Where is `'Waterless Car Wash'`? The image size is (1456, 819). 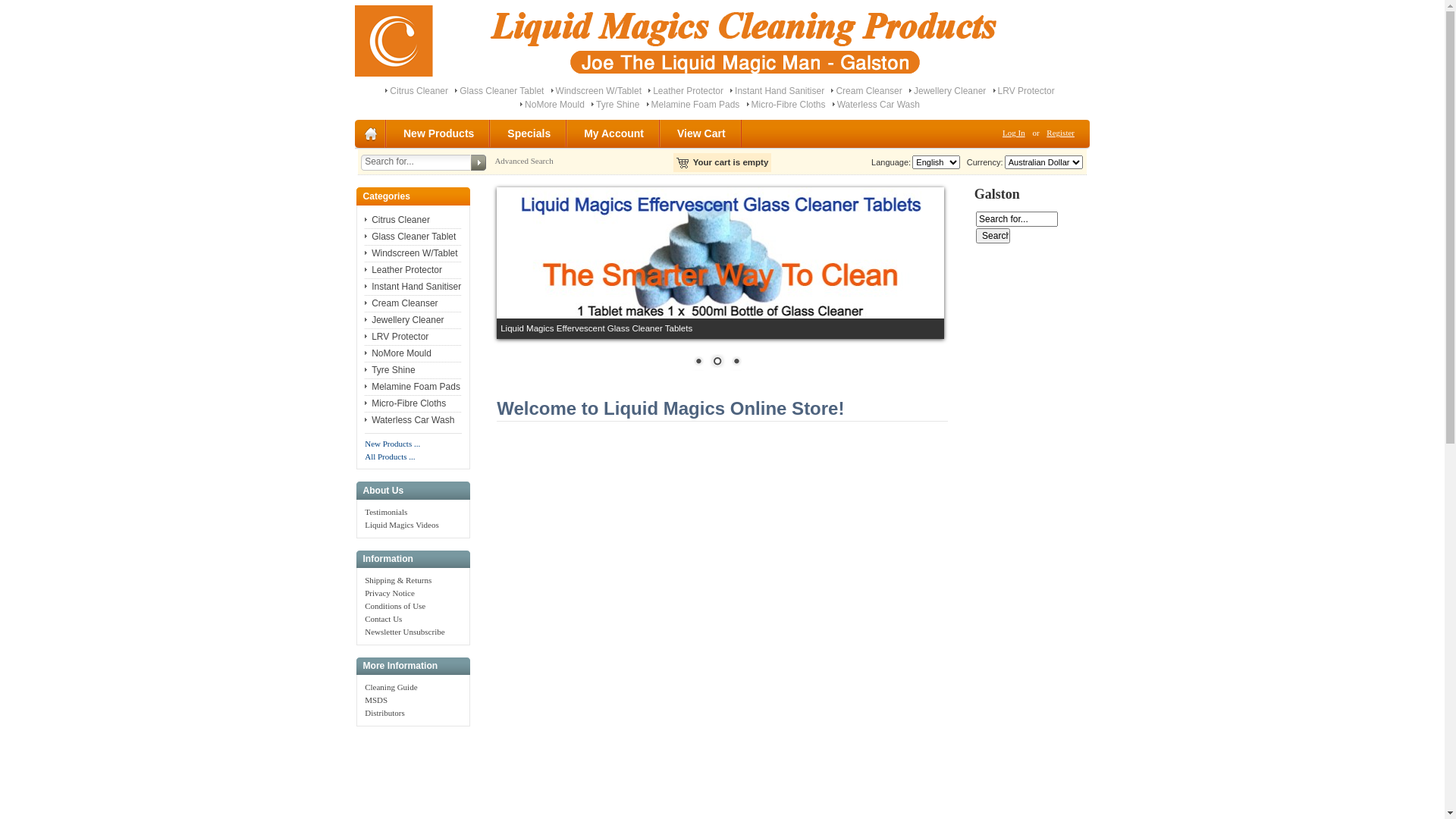
'Waterless Car Wash' is located at coordinates (832, 104).